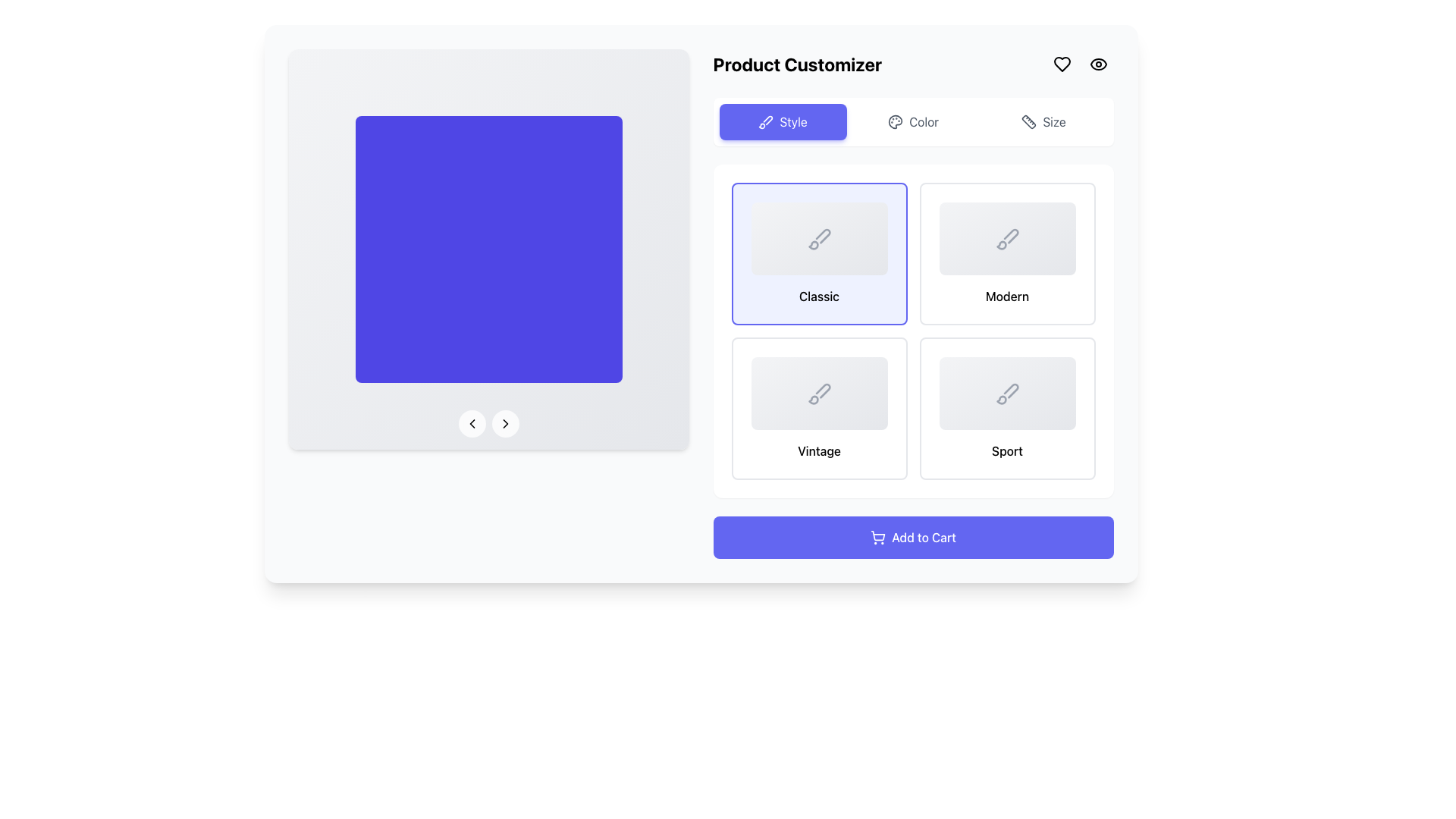 The height and width of the screenshot is (819, 1456). I want to click on the left-pointing chevron arrow icon, which is part of the navigation interface, so click(471, 424).